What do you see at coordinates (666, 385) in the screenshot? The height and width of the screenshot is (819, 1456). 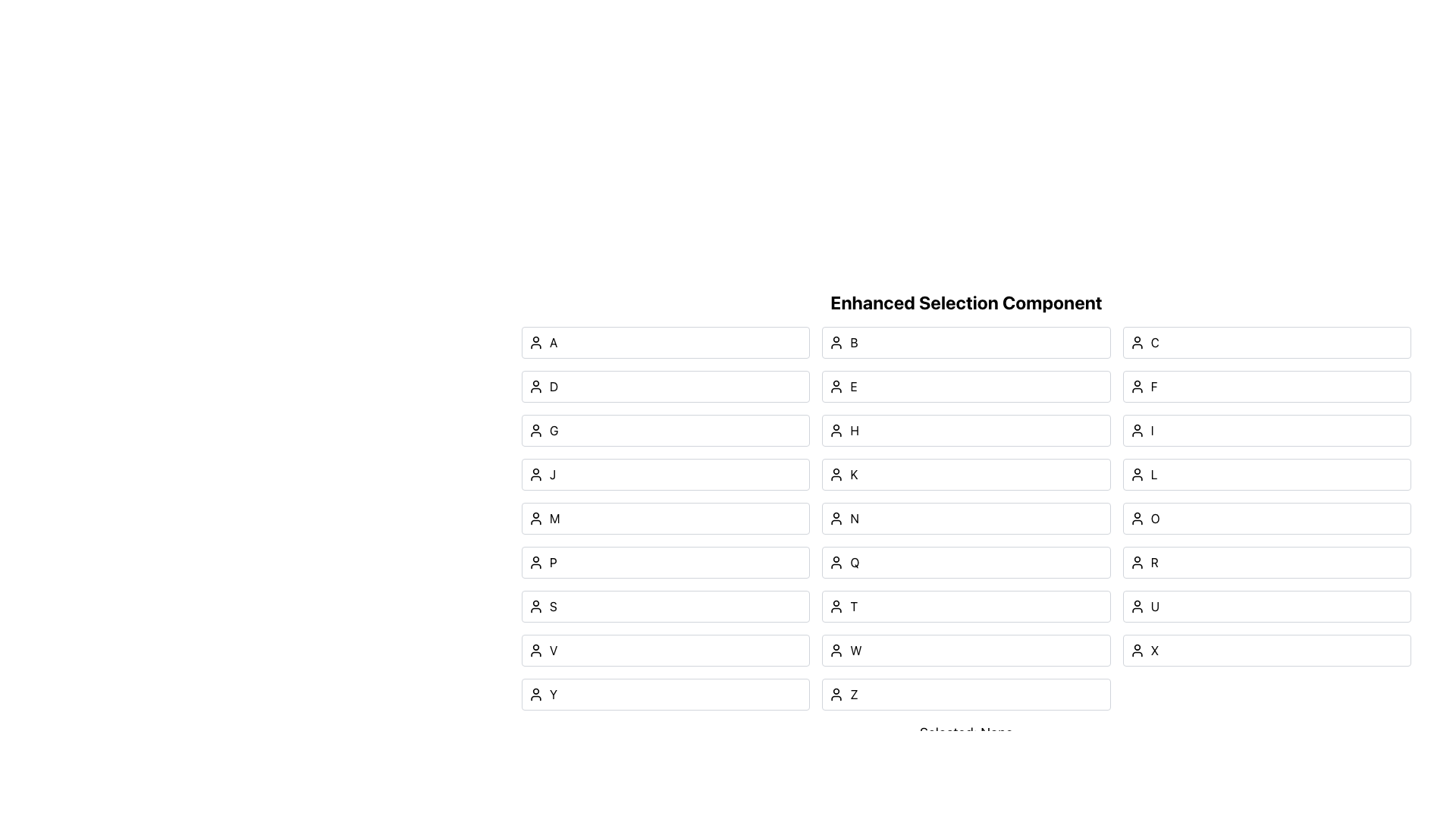 I see `the button representing the letter 'D'` at bounding box center [666, 385].